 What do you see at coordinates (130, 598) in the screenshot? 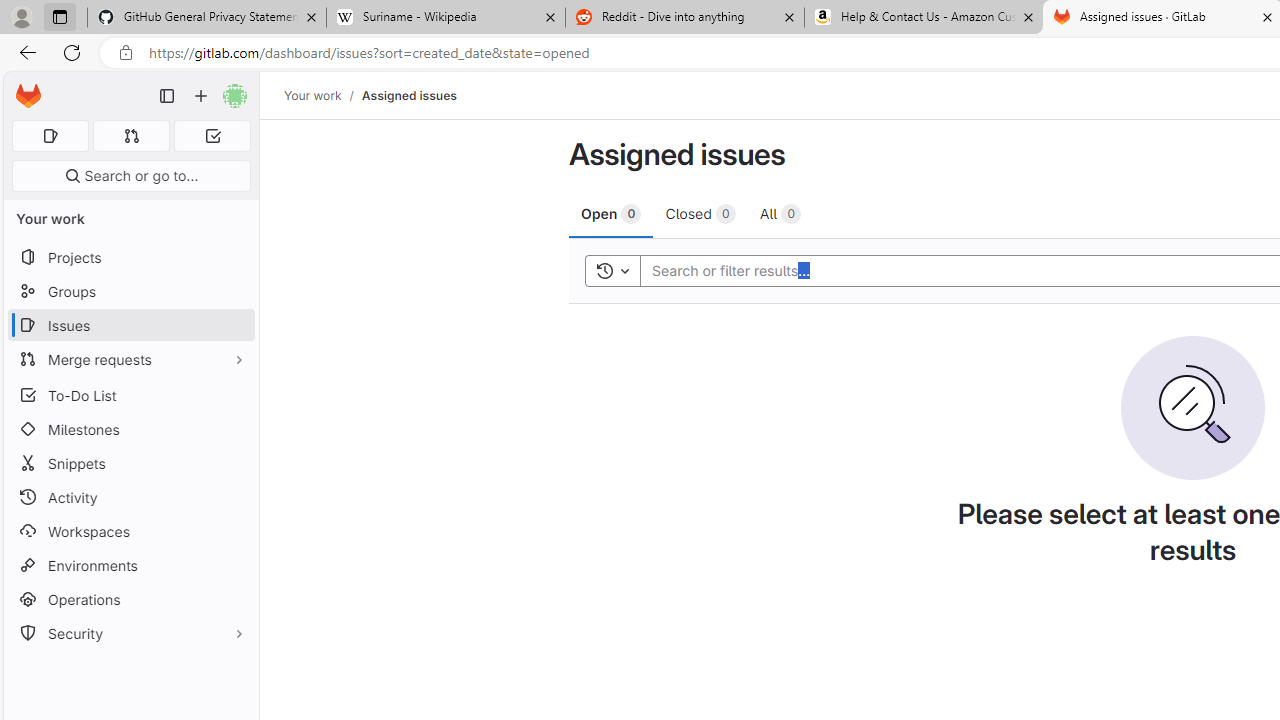
I see `'Operations'` at bounding box center [130, 598].